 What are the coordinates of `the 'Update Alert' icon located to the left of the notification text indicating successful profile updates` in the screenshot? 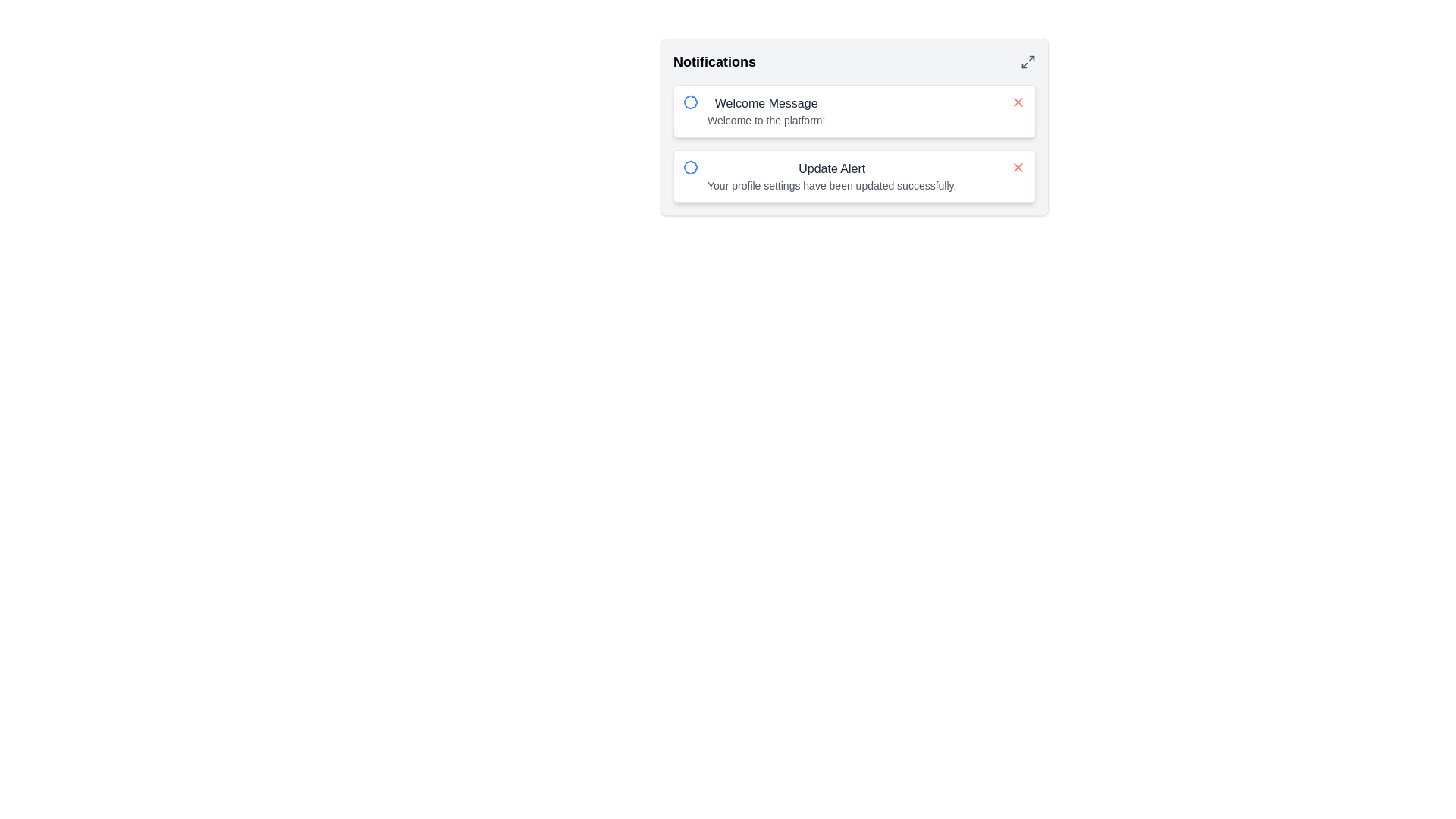 It's located at (690, 167).